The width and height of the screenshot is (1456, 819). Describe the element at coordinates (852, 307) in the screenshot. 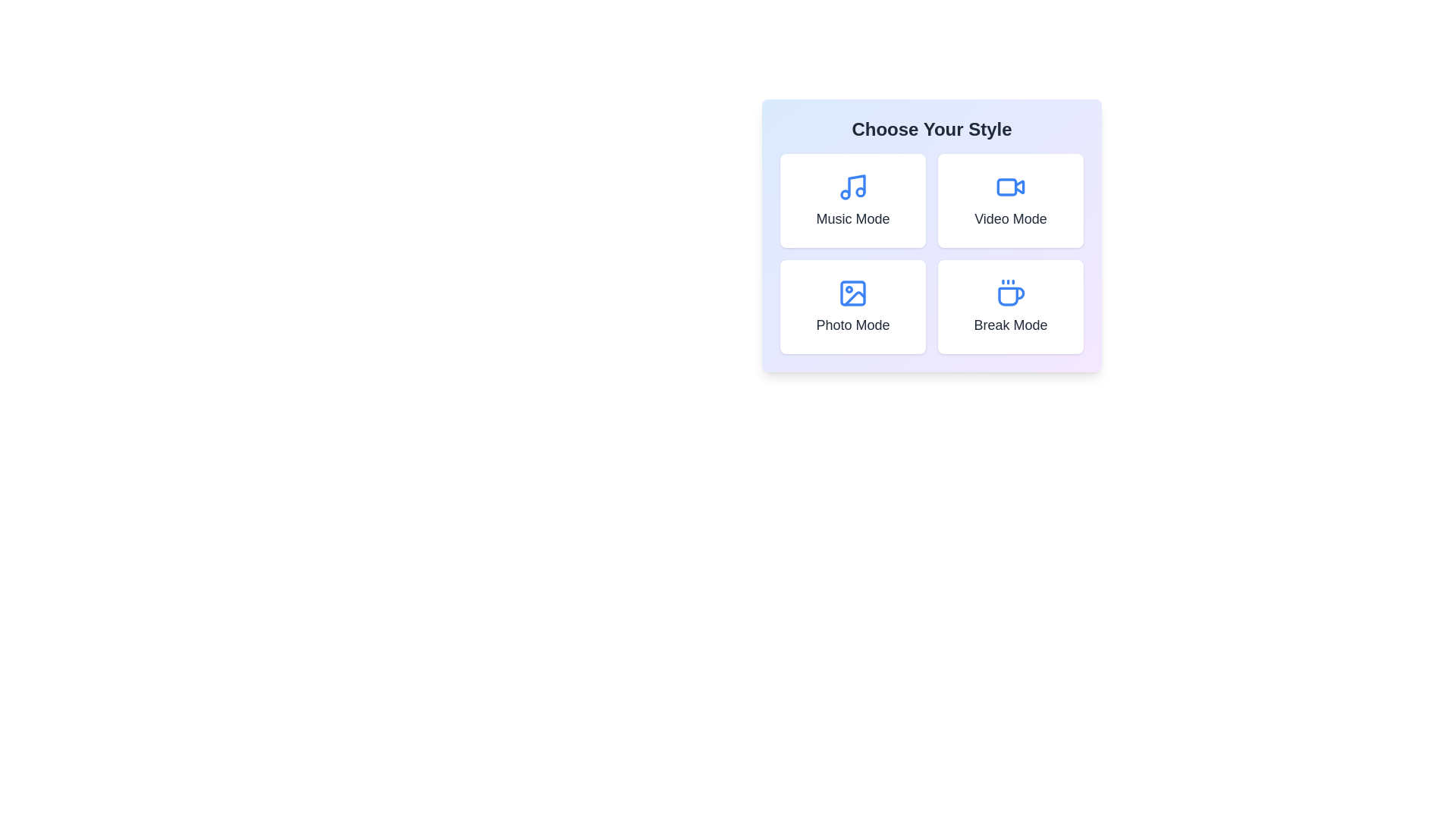

I see `the button representing Photo Mode` at that location.